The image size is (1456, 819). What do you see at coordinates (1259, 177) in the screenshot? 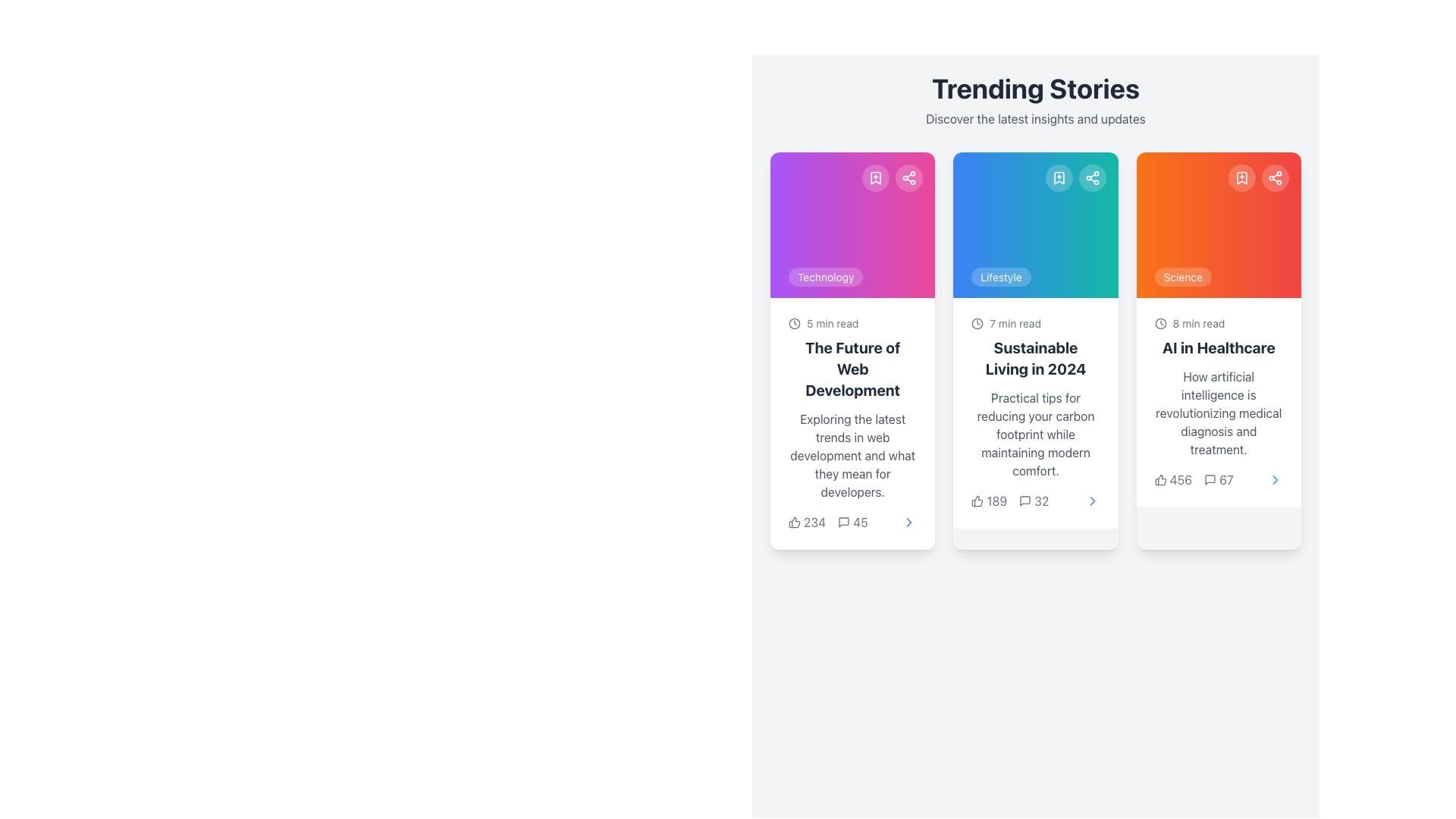
I see `the share icon located in the button group at the top-right corner of the 'Science' card in the 'AI in Healthcare' section to share the card` at bounding box center [1259, 177].